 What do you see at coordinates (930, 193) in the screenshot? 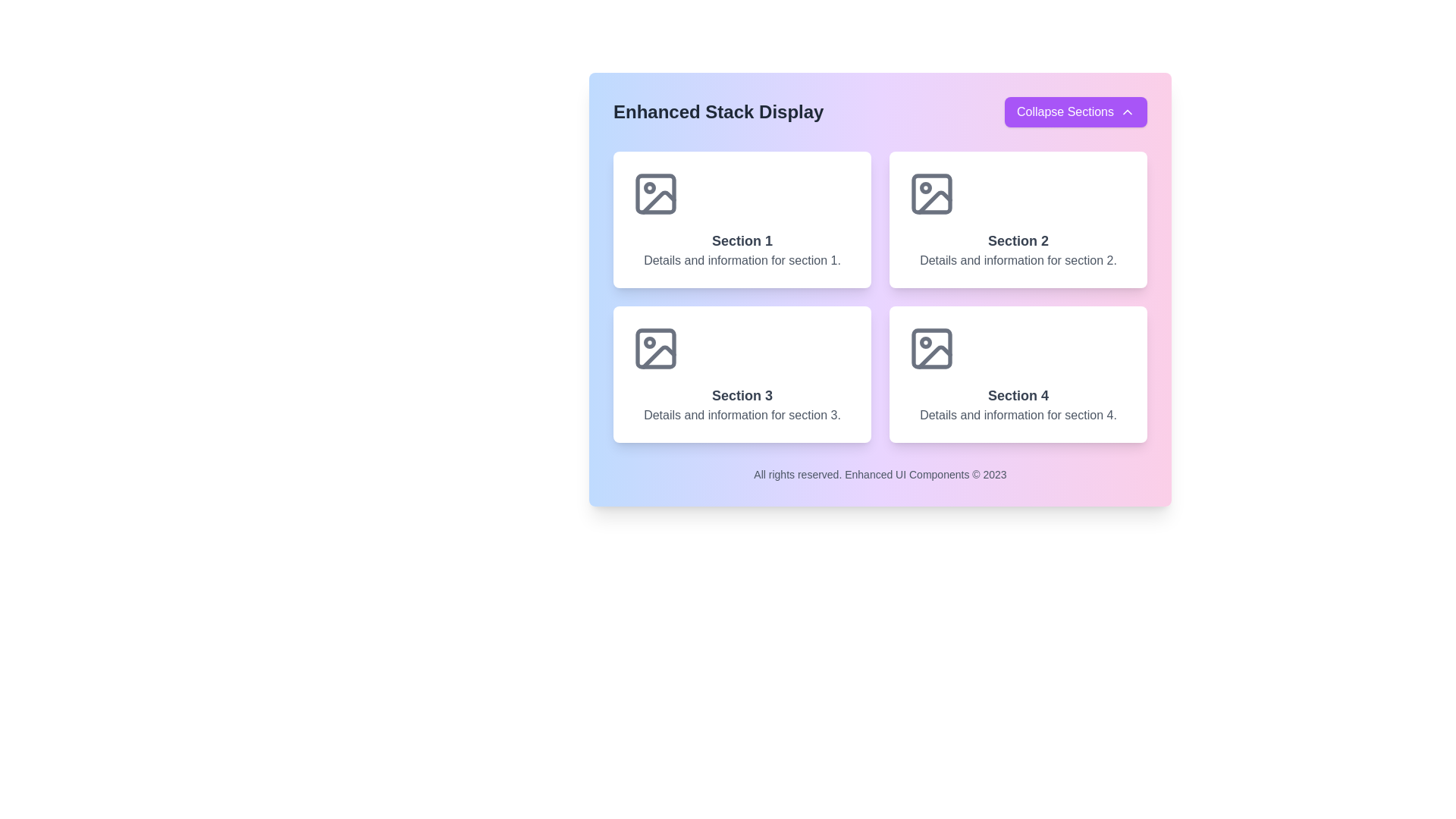
I see `the small rectangular icon with rounded corners, located at the top-left corner of the card labeled 'Section 2', which serves as an image placeholder` at bounding box center [930, 193].